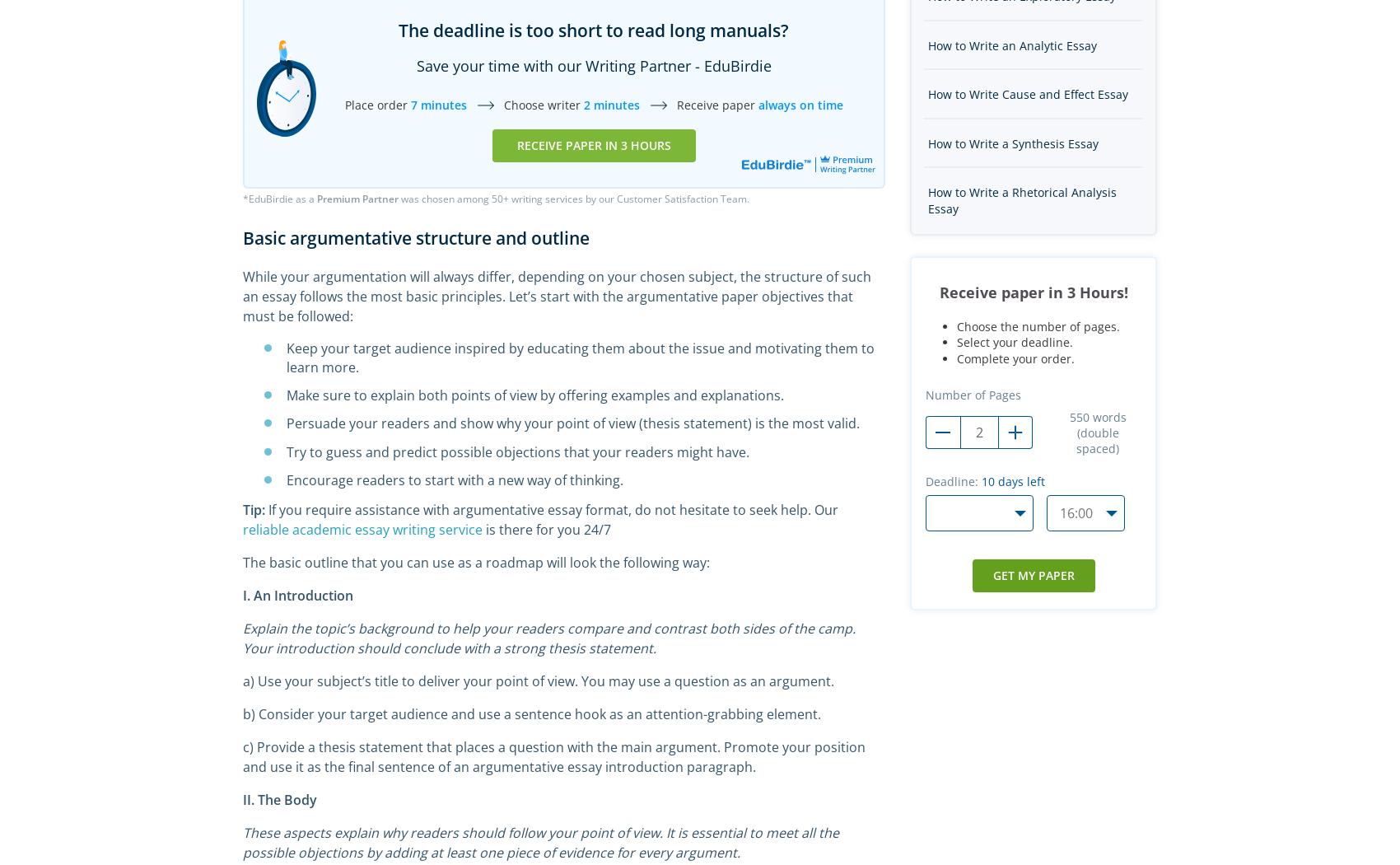 Image resolution: width=1400 pixels, height=865 pixels. I want to click on 'reliable academic essay writing service', so click(362, 527).